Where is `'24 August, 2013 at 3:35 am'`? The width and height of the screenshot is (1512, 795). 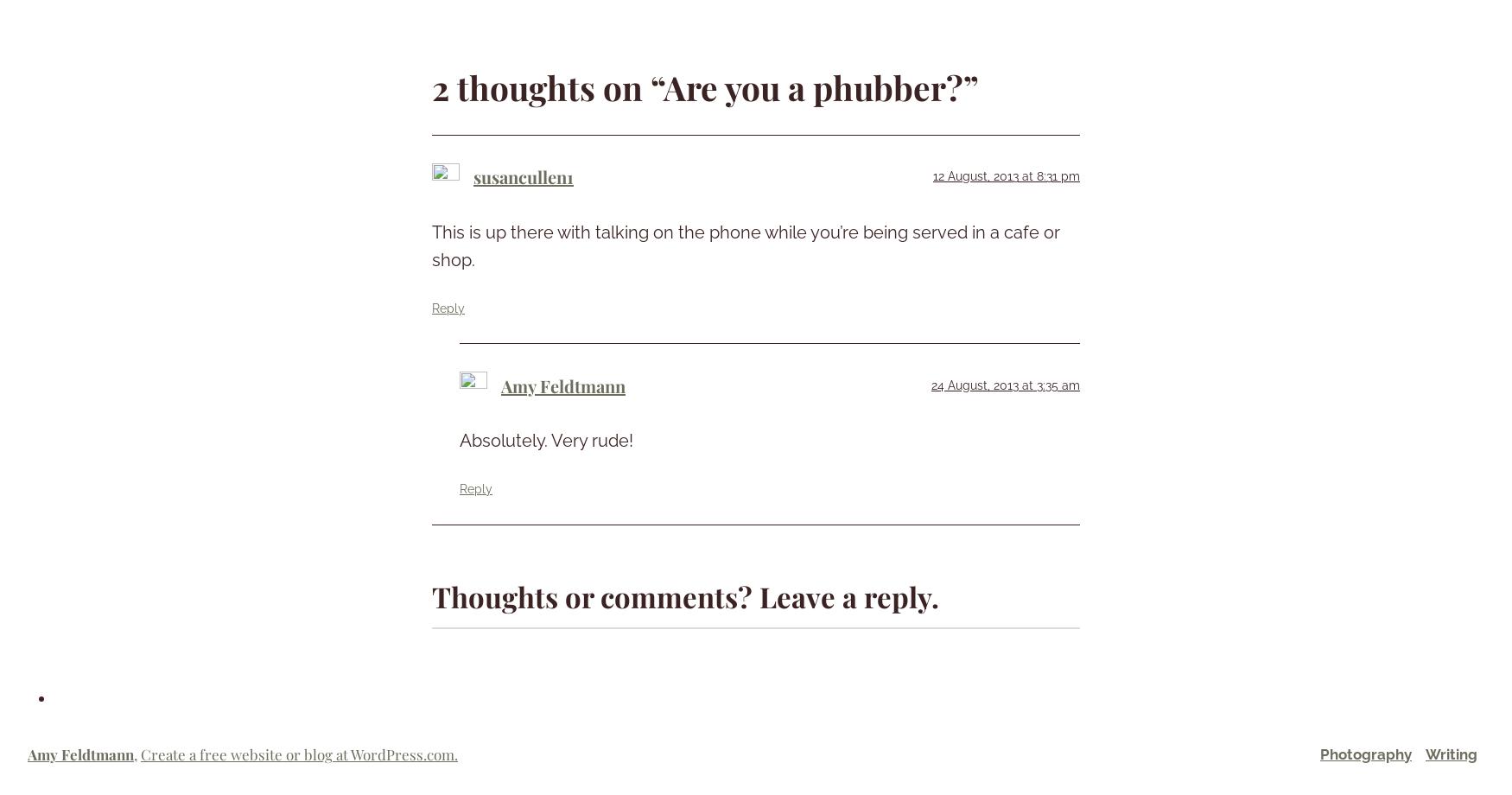 '24 August, 2013 at 3:35 am' is located at coordinates (1004, 384).